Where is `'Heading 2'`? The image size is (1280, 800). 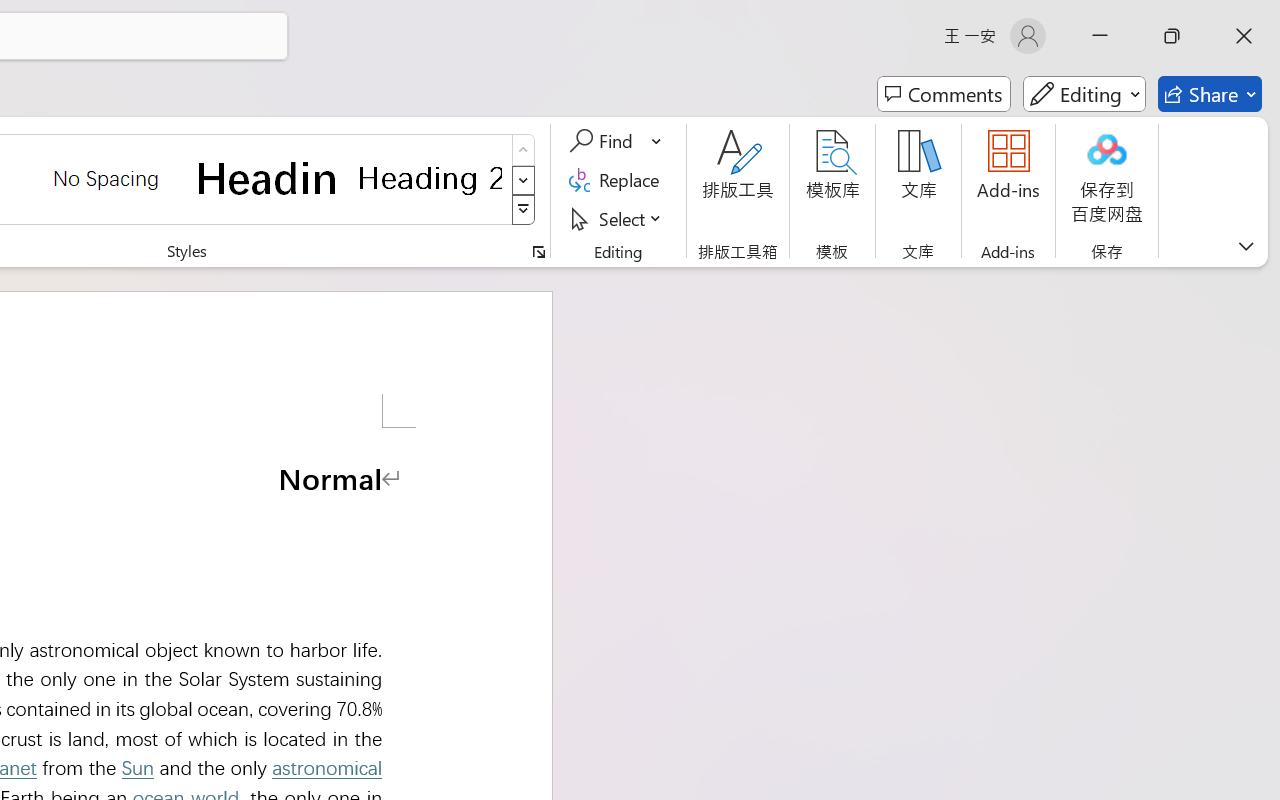 'Heading 2' is located at coordinates (429, 177).